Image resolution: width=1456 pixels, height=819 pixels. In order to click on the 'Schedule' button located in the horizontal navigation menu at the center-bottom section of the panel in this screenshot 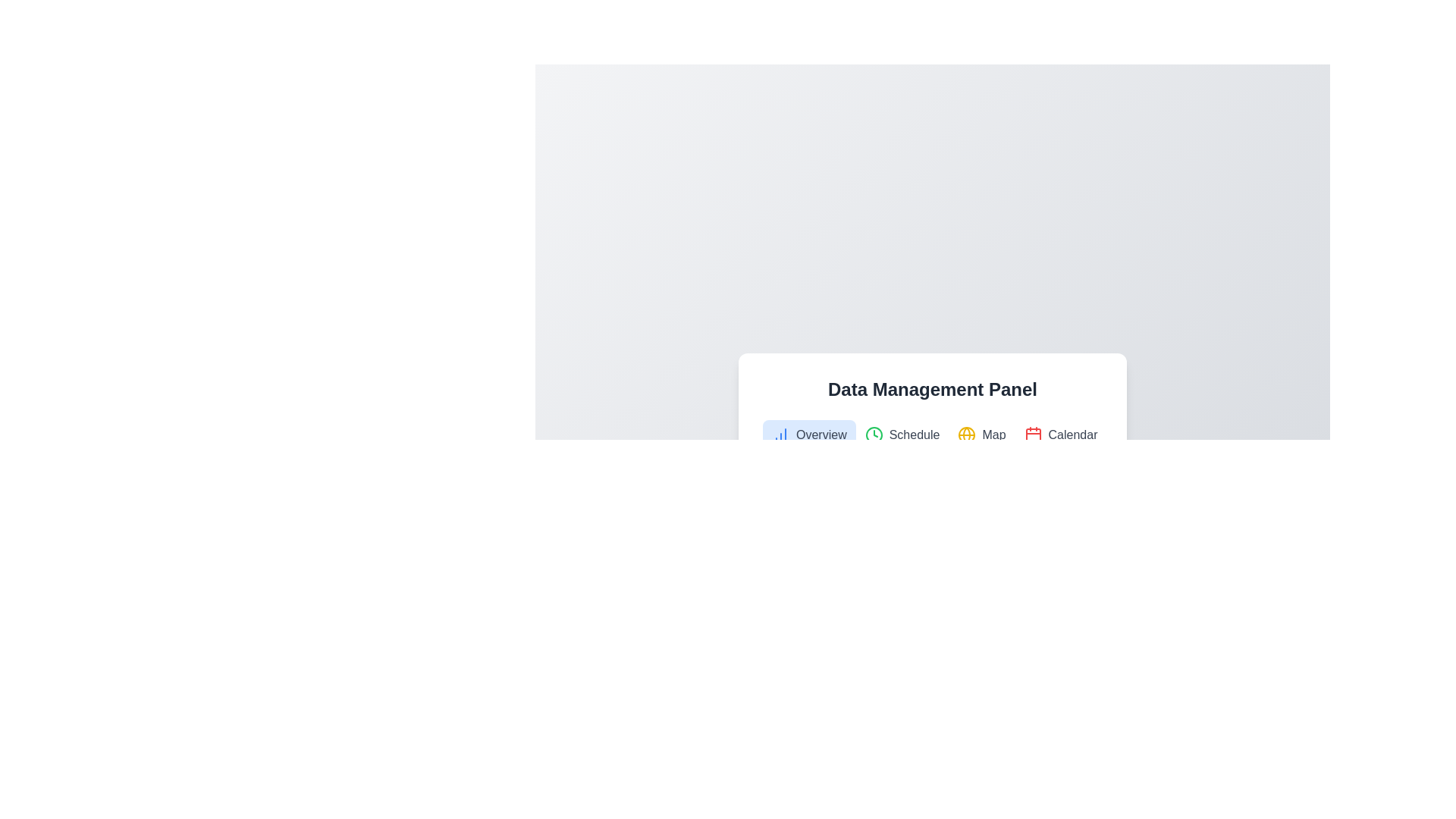, I will do `click(902, 435)`.